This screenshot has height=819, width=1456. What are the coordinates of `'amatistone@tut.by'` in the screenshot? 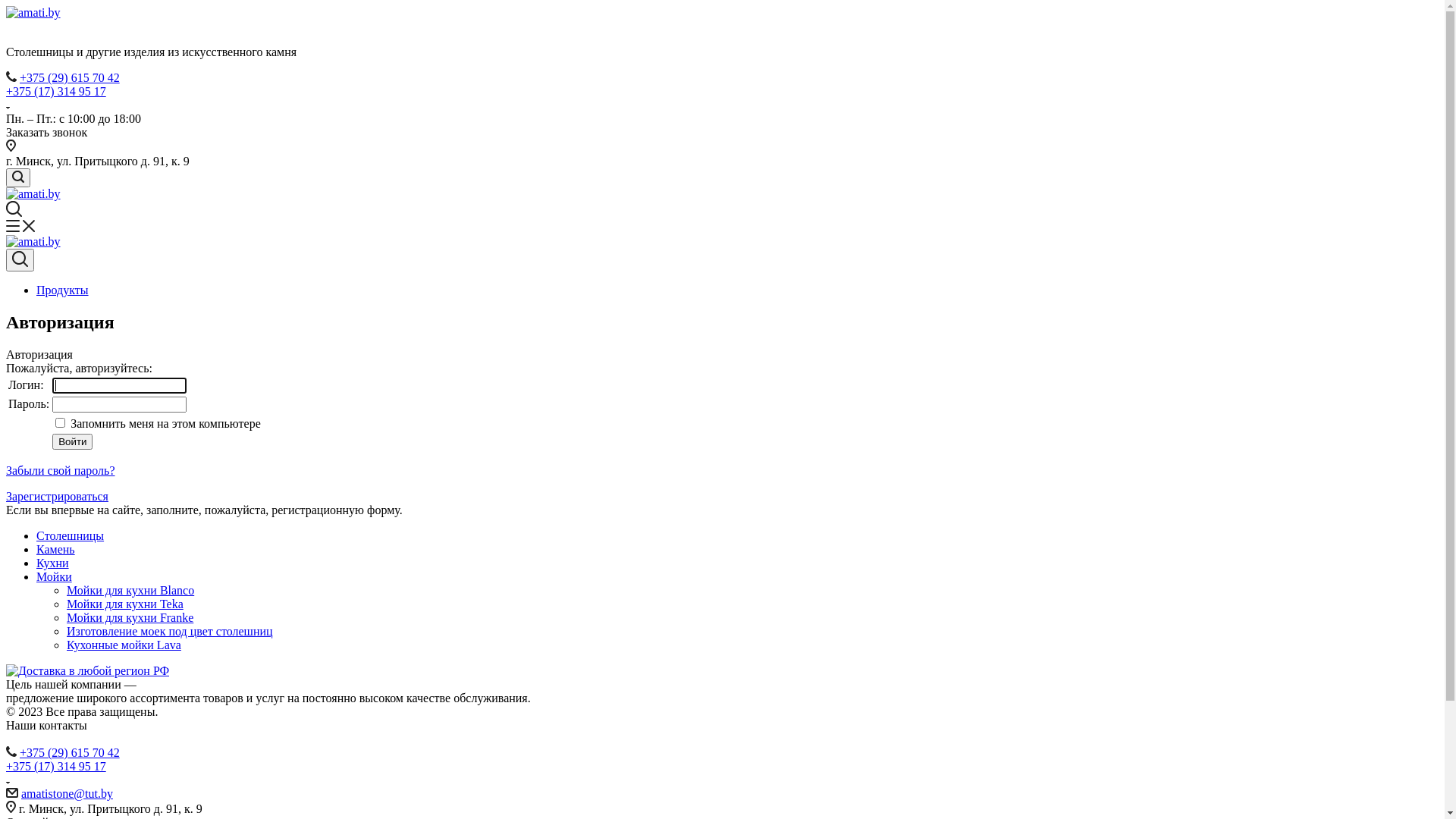 It's located at (66, 792).